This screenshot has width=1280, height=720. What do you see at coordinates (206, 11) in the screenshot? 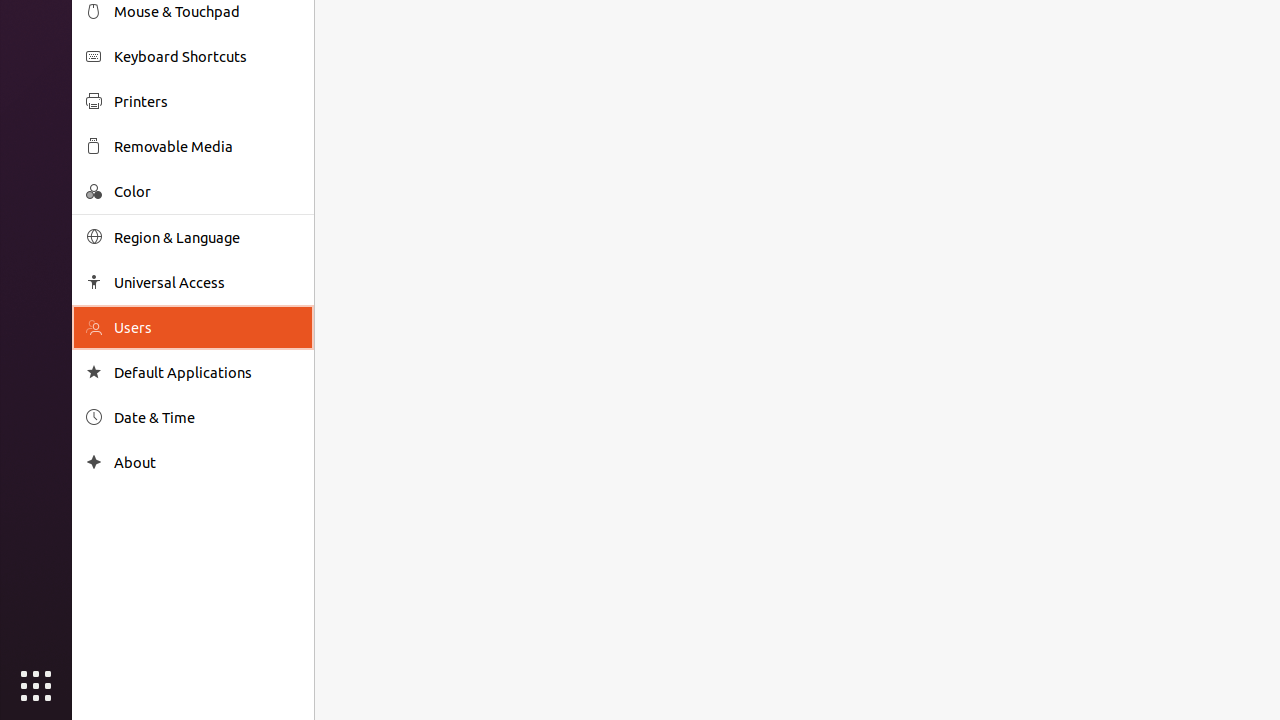
I see `'Mouse & Touchpad'` at bounding box center [206, 11].